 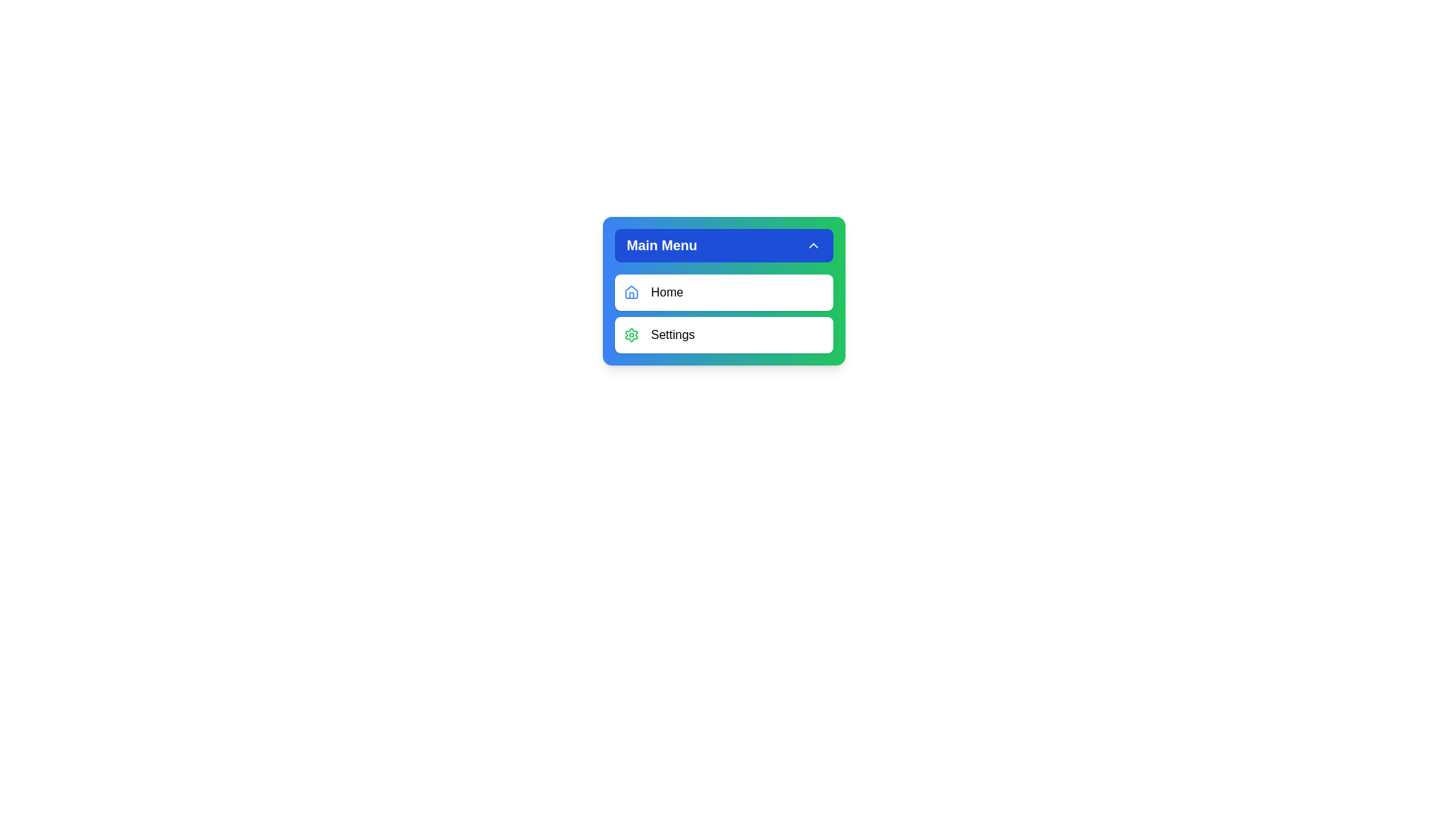 What do you see at coordinates (662, 245) in the screenshot?
I see `text 'Main Menu' displayed in white, bold typography on a blue background in the dropdown menu's header section` at bounding box center [662, 245].